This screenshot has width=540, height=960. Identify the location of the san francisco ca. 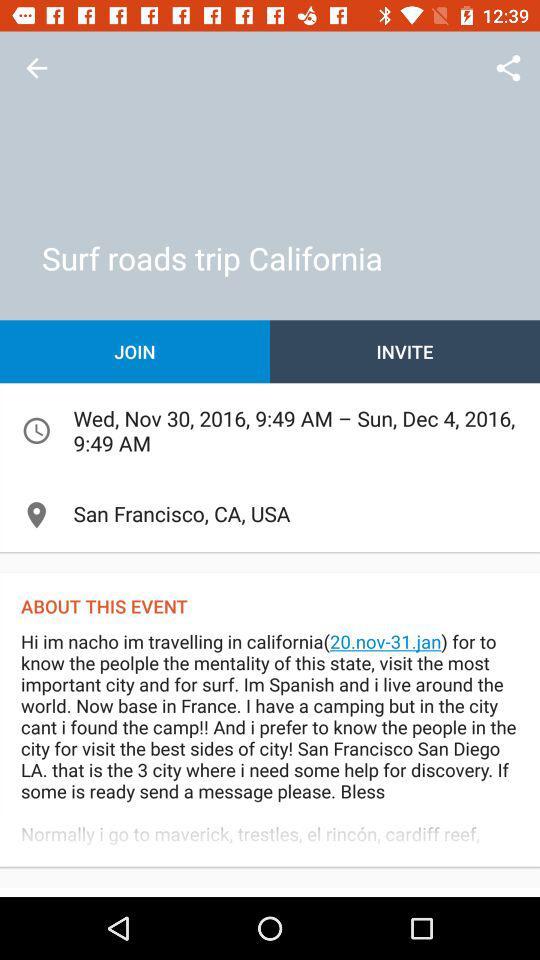
(270, 514).